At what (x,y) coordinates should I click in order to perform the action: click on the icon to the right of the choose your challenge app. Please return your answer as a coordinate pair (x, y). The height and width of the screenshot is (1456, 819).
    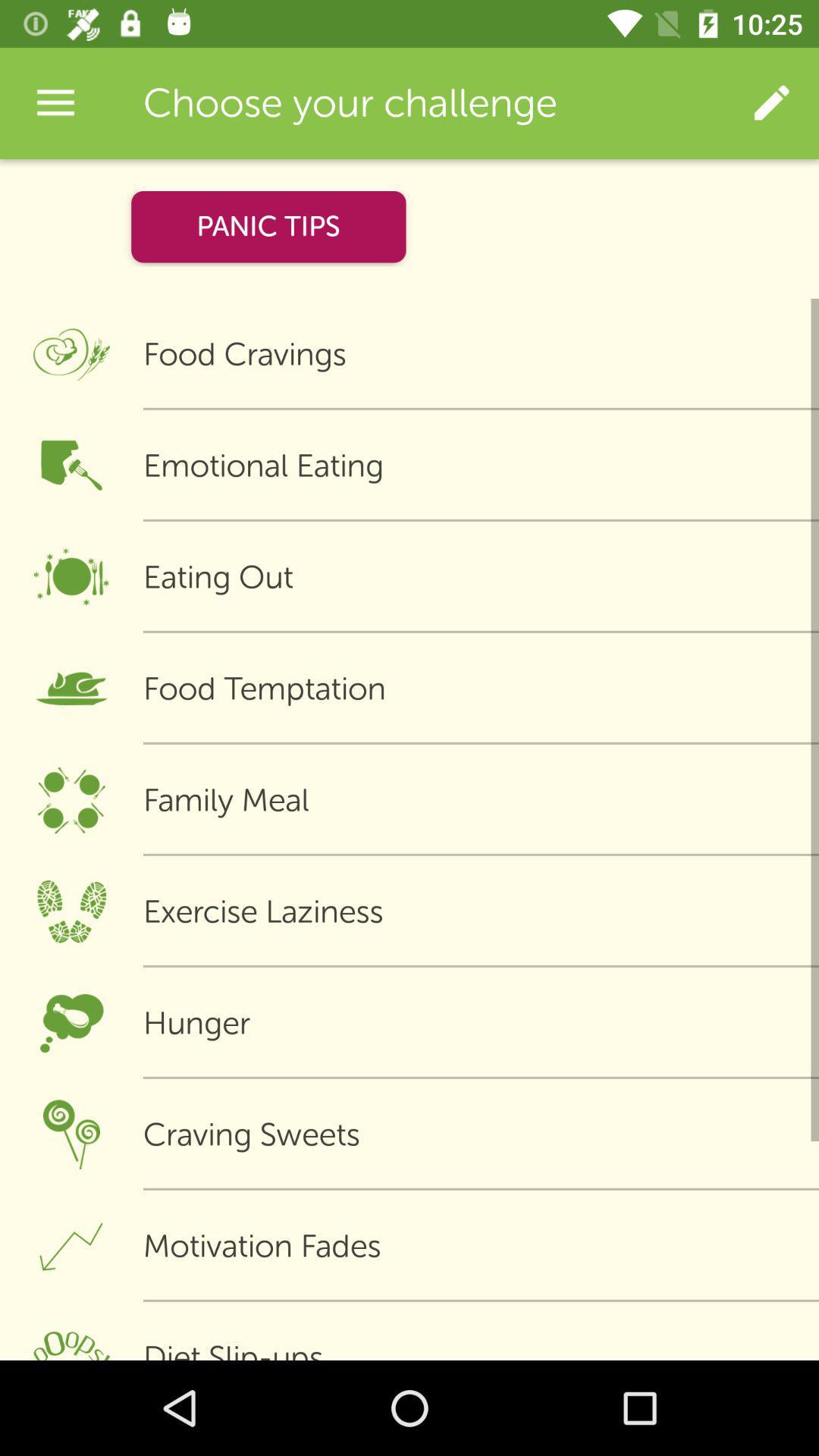
    Looking at the image, I should click on (771, 102).